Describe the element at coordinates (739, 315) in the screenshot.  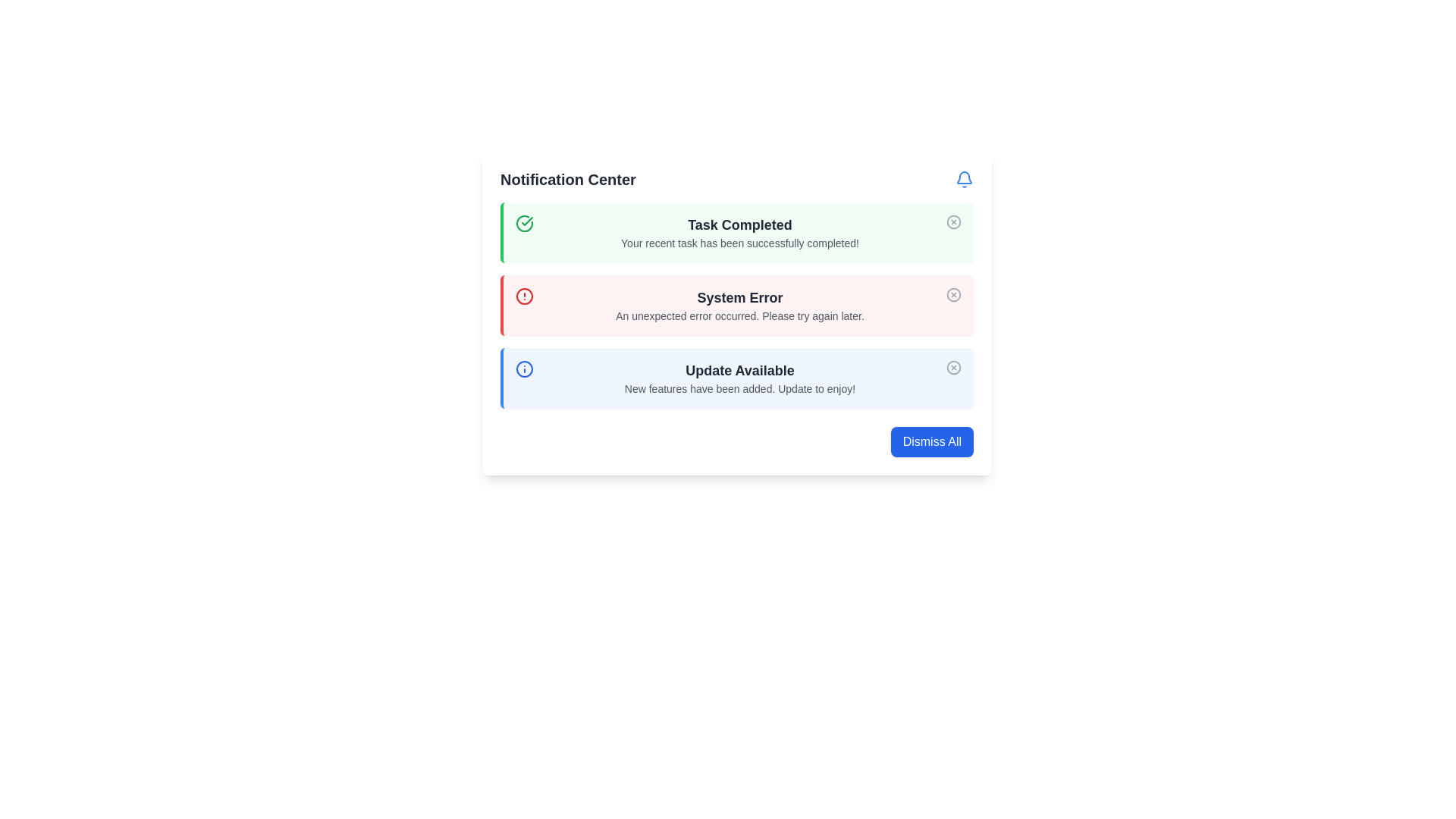
I see `text displayed in a small gray font stating 'An unexpected error occurred. Please try again later.' which is centrally located in the light red notification panel beneath the header 'System Error.'` at that location.